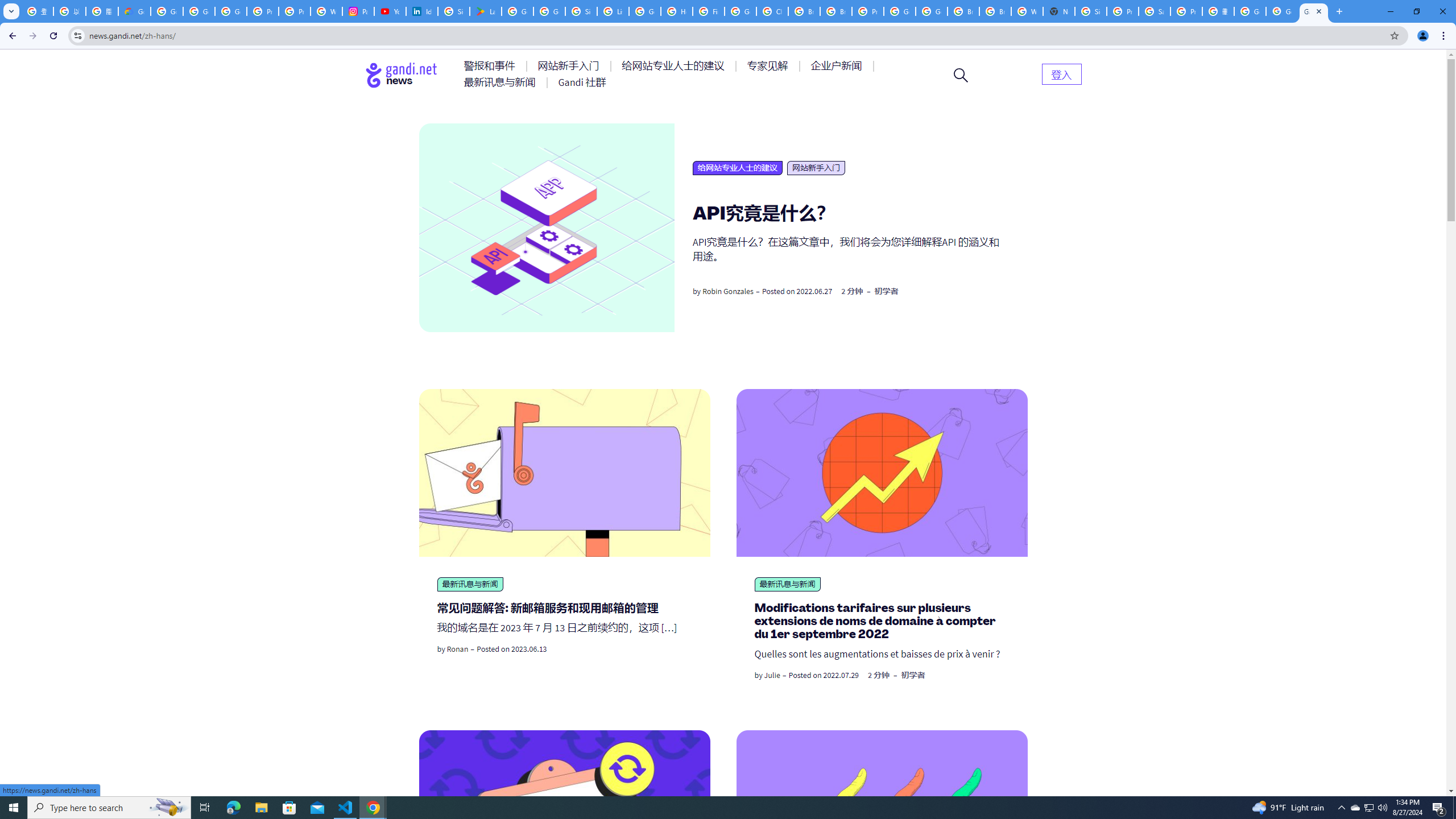 The image size is (1456, 819). Describe the element at coordinates (401, 75) in the screenshot. I see `'Go to home'` at that location.